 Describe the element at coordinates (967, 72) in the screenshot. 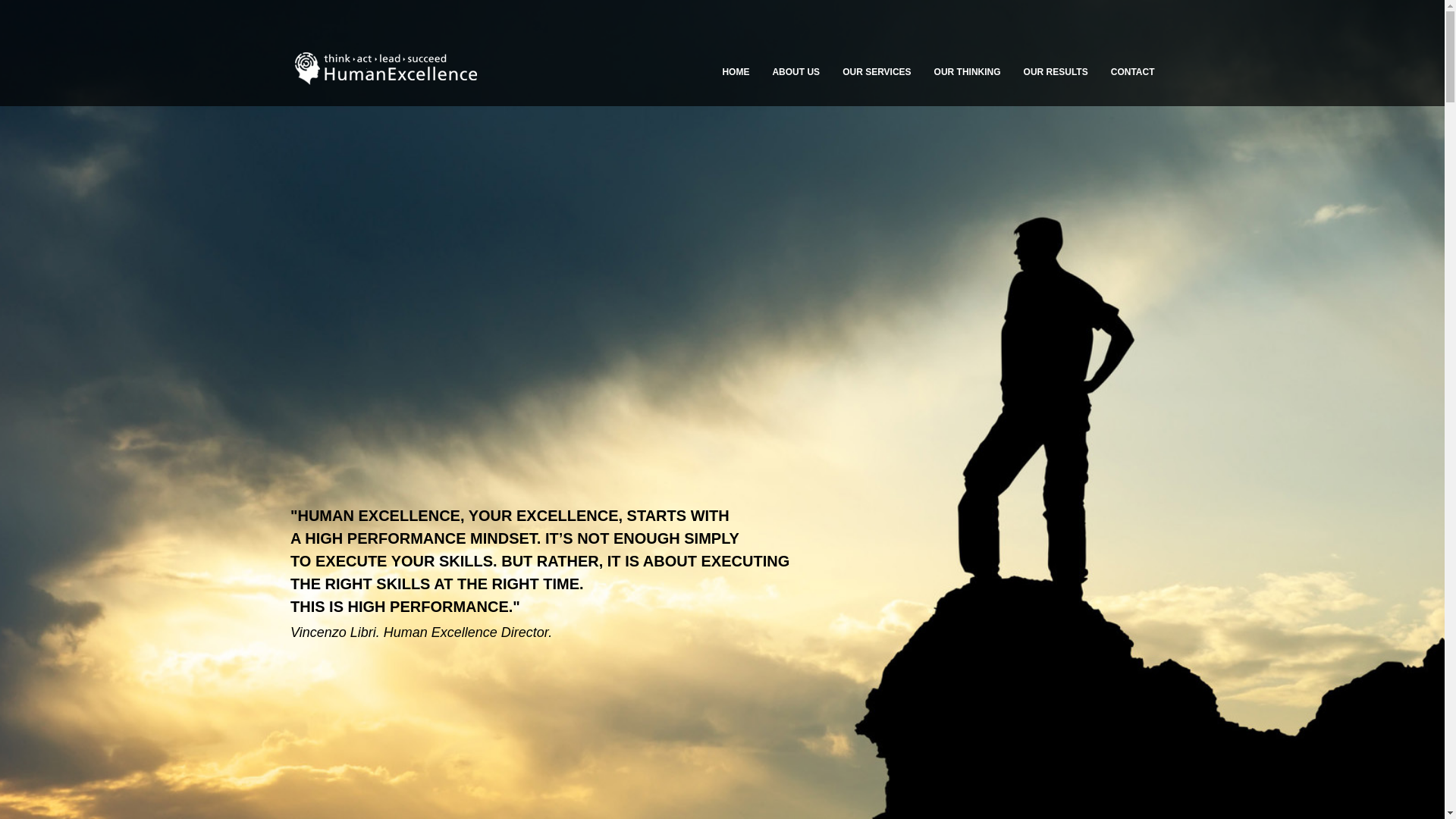

I see `'OUR THINKING'` at that location.